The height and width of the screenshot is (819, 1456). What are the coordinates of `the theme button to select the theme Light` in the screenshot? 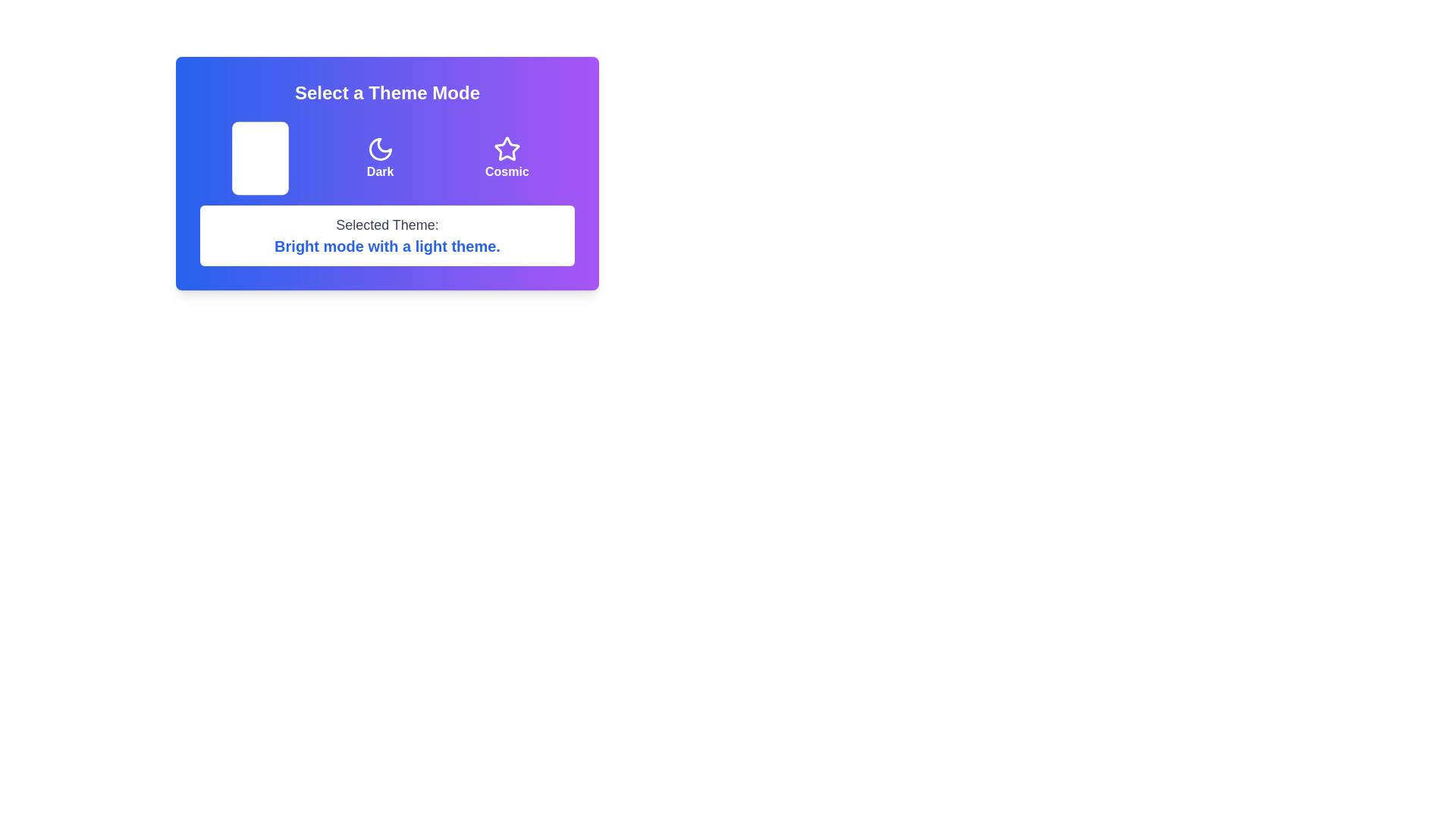 It's located at (260, 158).